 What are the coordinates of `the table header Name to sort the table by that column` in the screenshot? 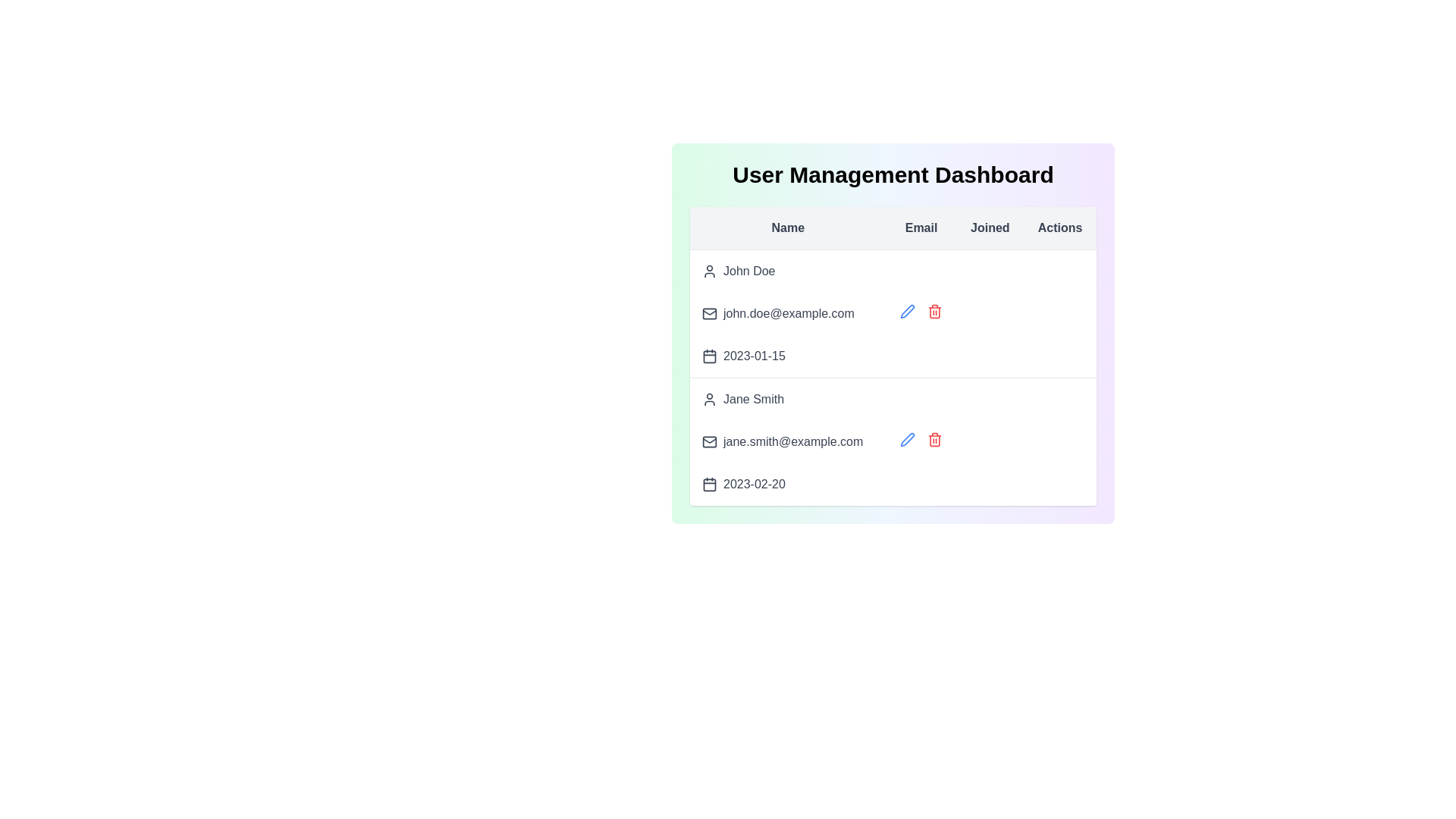 It's located at (787, 227).